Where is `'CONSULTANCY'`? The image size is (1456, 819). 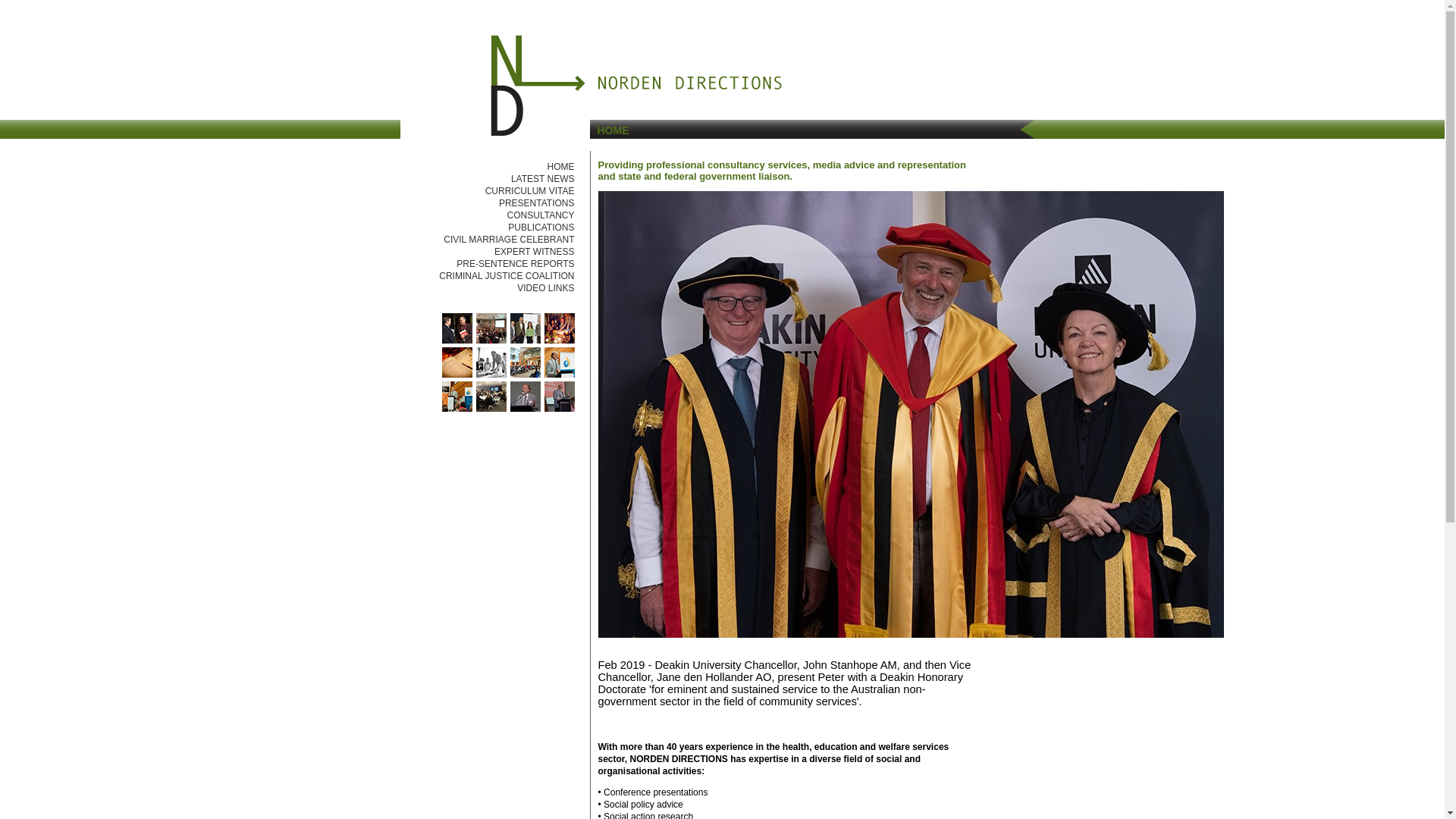
'CONSULTANCY' is located at coordinates (541, 215).